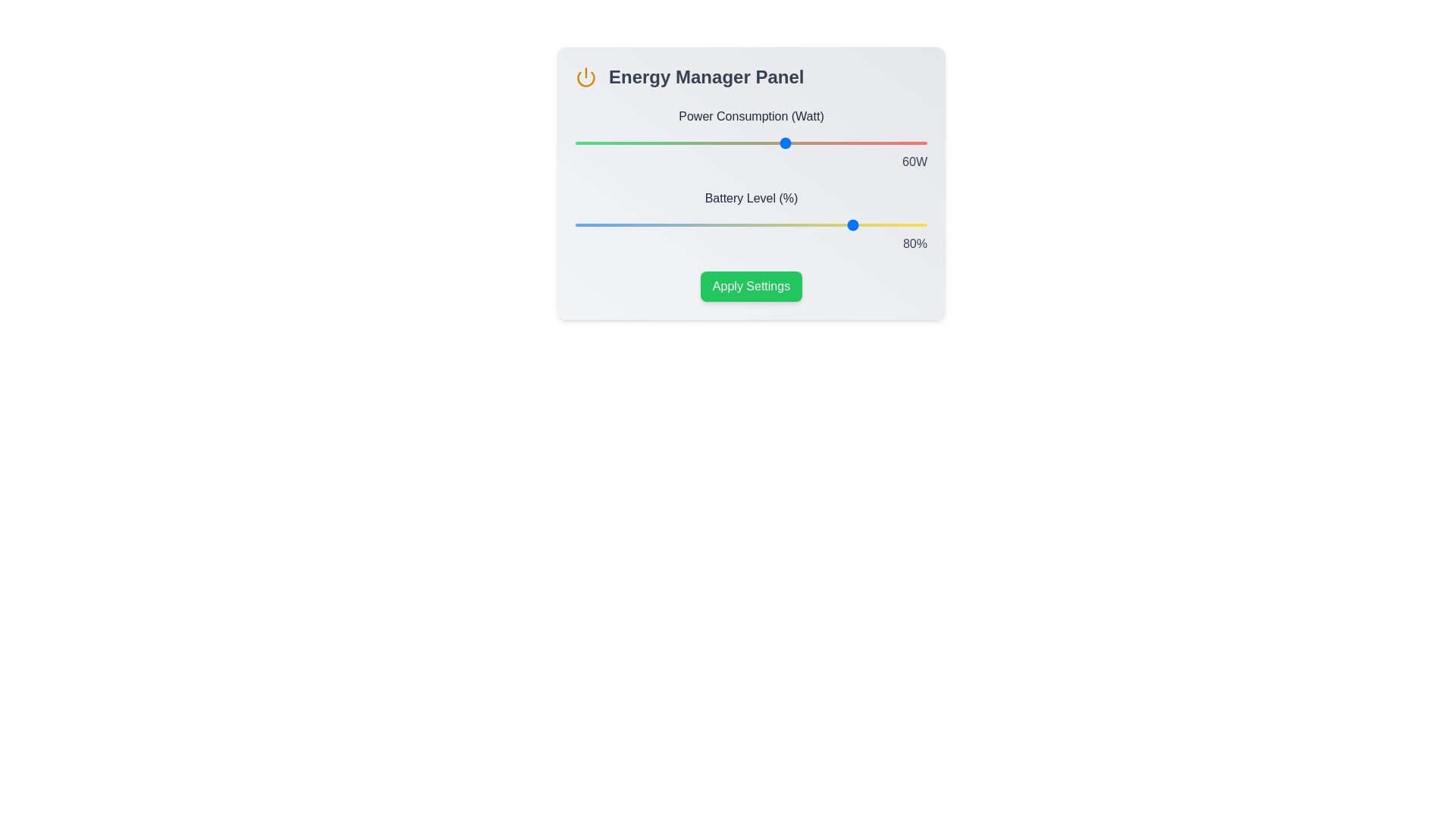 Image resolution: width=1456 pixels, height=819 pixels. I want to click on the power consumption slider to 0 percent, so click(574, 143).